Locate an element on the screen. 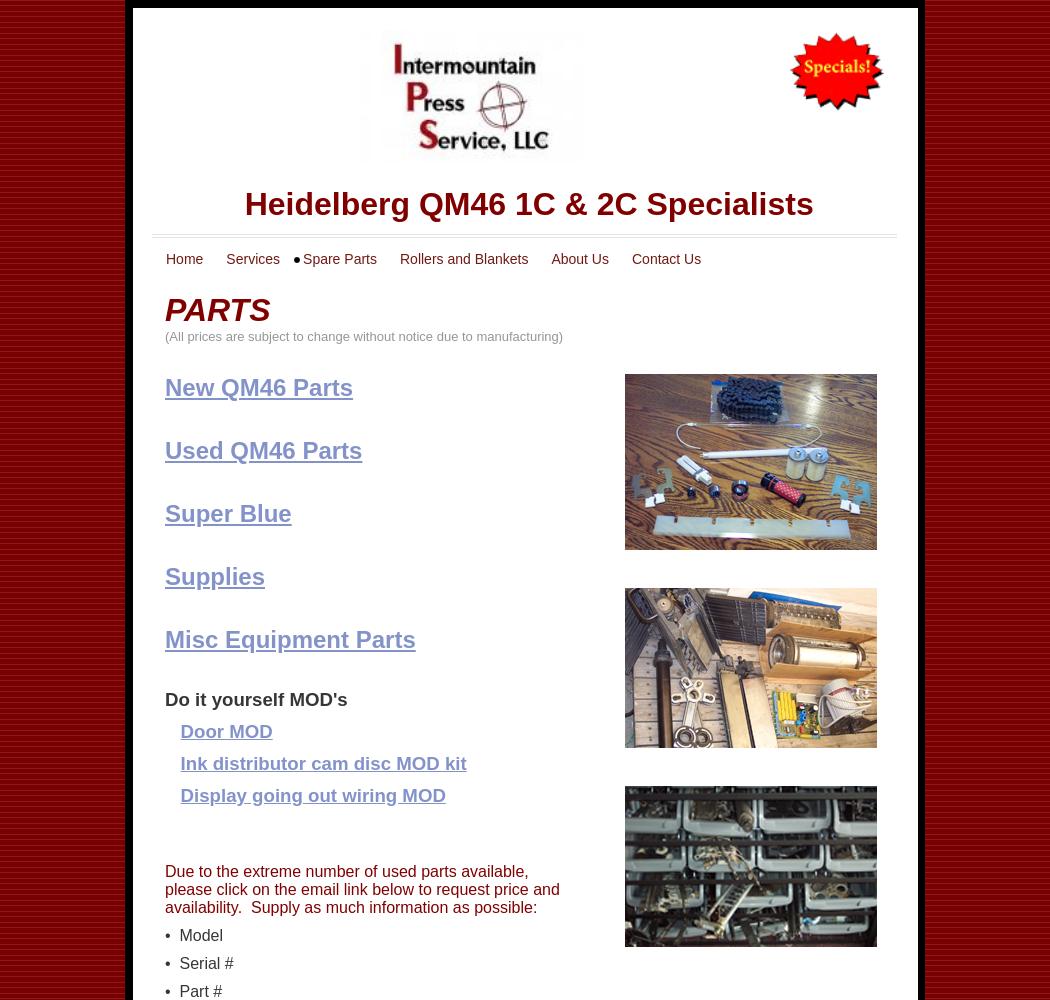 This screenshot has height=1000, width=1050. 'Home' is located at coordinates (166, 259).